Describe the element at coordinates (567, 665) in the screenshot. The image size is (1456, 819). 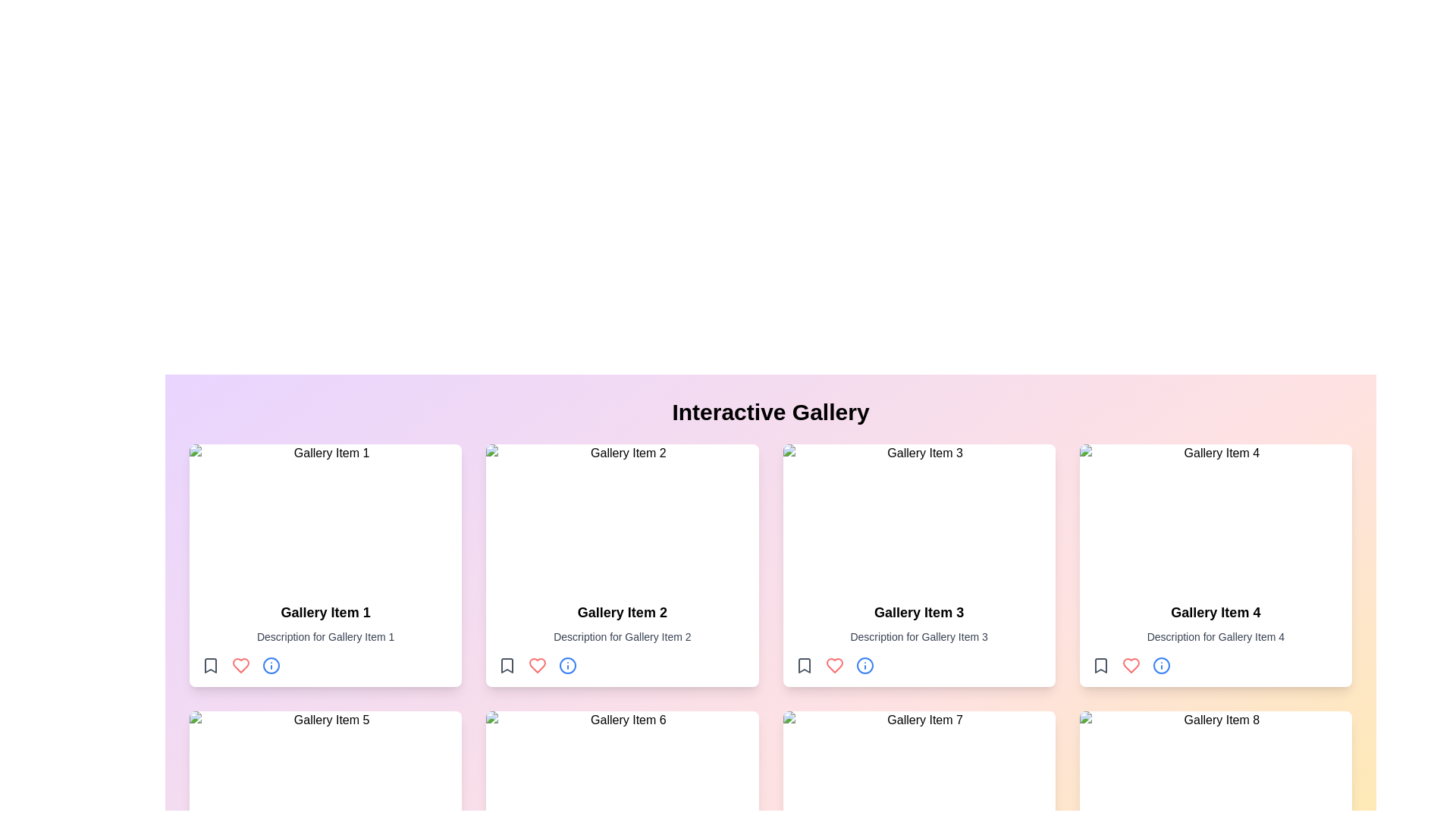
I see `the center of the circular information icon located below 'Gallery Item 2' in the second card of the top row` at that location.